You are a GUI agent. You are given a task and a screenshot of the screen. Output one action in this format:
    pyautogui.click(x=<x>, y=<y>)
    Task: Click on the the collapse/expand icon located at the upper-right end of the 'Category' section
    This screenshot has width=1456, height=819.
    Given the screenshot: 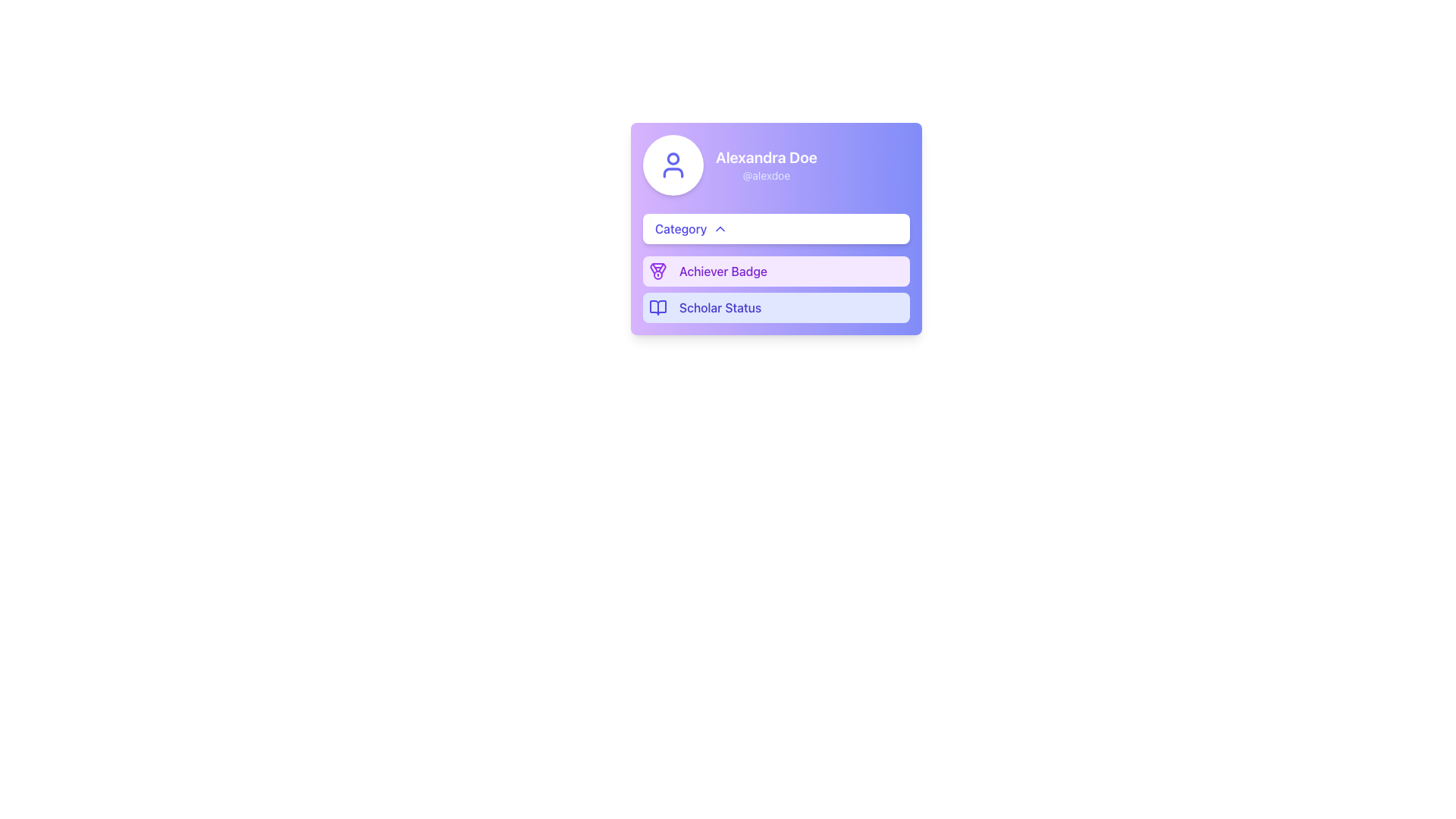 What is the action you would take?
    pyautogui.click(x=720, y=228)
    